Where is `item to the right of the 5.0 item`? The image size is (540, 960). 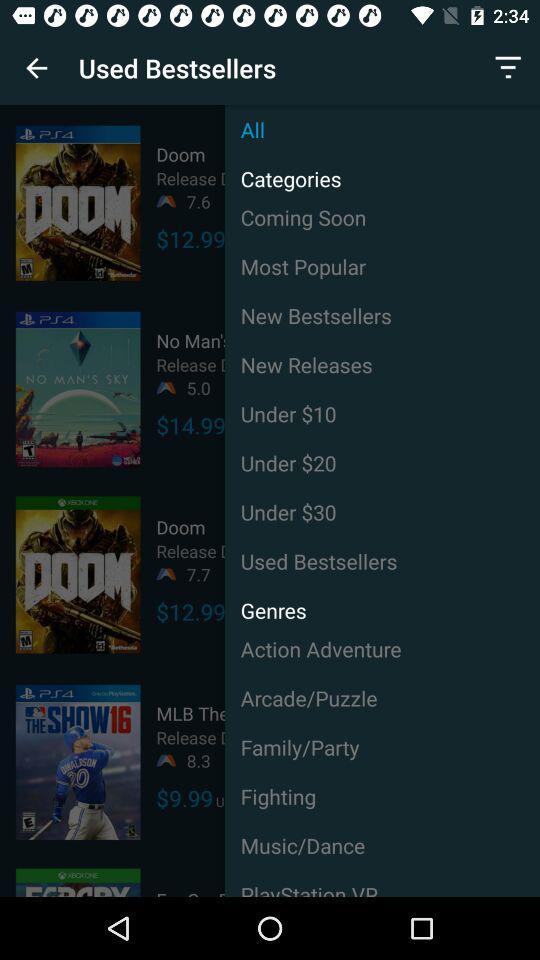 item to the right of the 5.0 item is located at coordinates (382, 363).